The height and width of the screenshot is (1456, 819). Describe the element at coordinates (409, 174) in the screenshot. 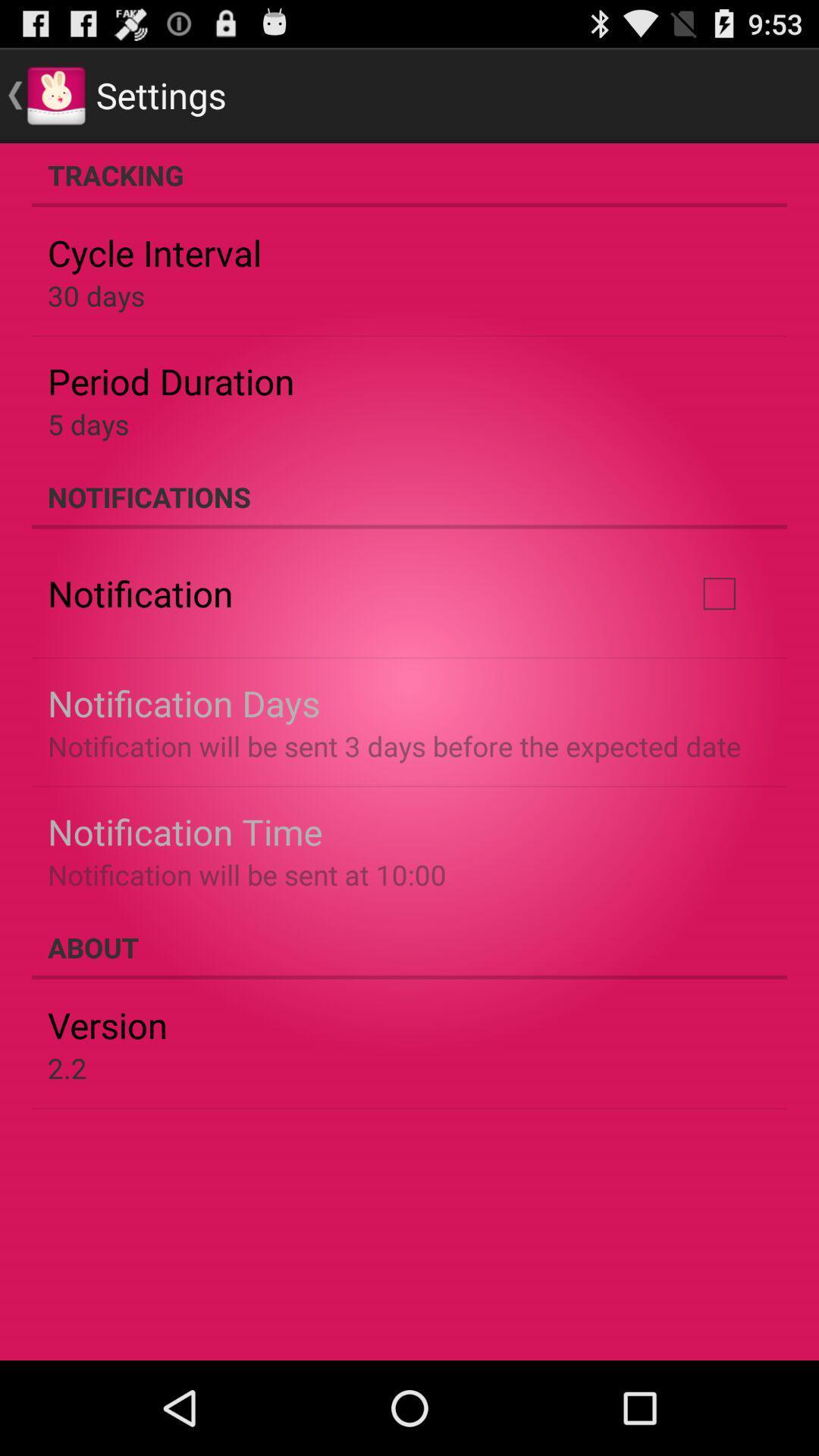

I see `item above the cycle interval item` at that location.